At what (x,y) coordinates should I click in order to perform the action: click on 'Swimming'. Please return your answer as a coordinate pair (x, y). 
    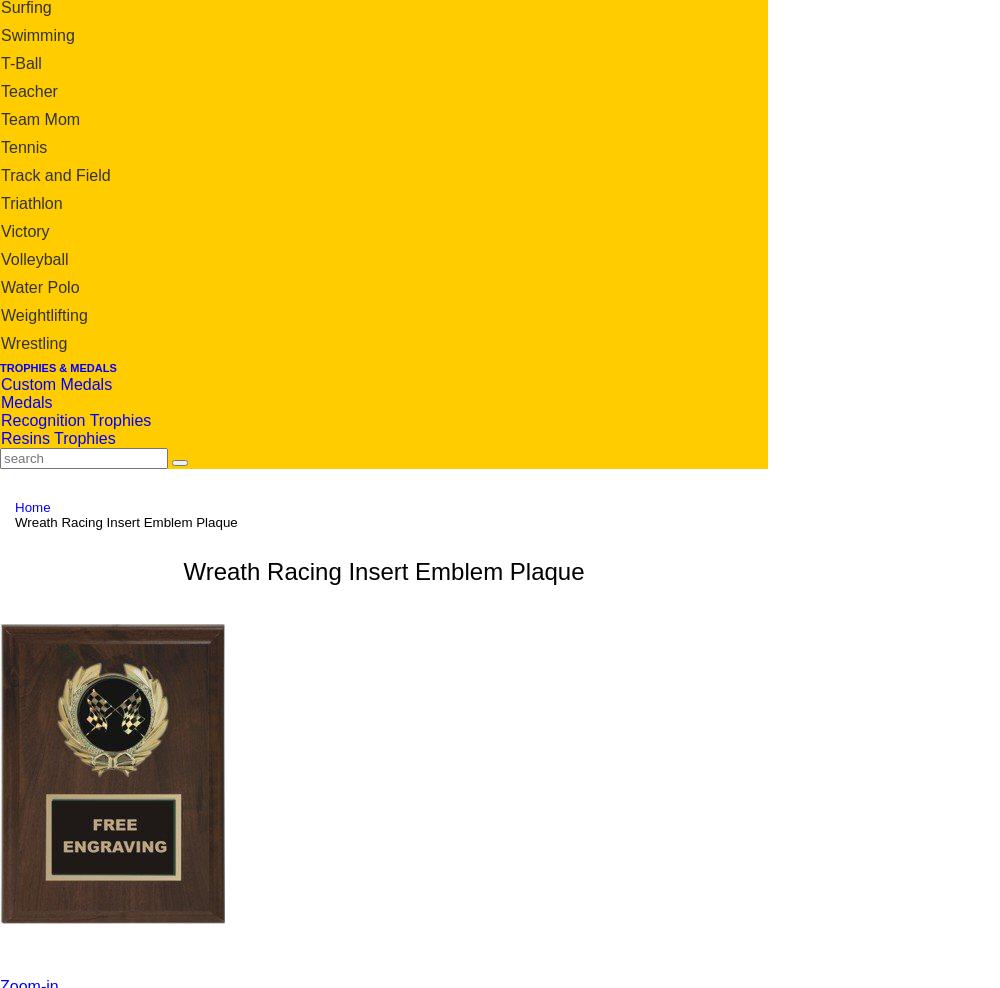
    Looking at the image, I should click on (37, 33).